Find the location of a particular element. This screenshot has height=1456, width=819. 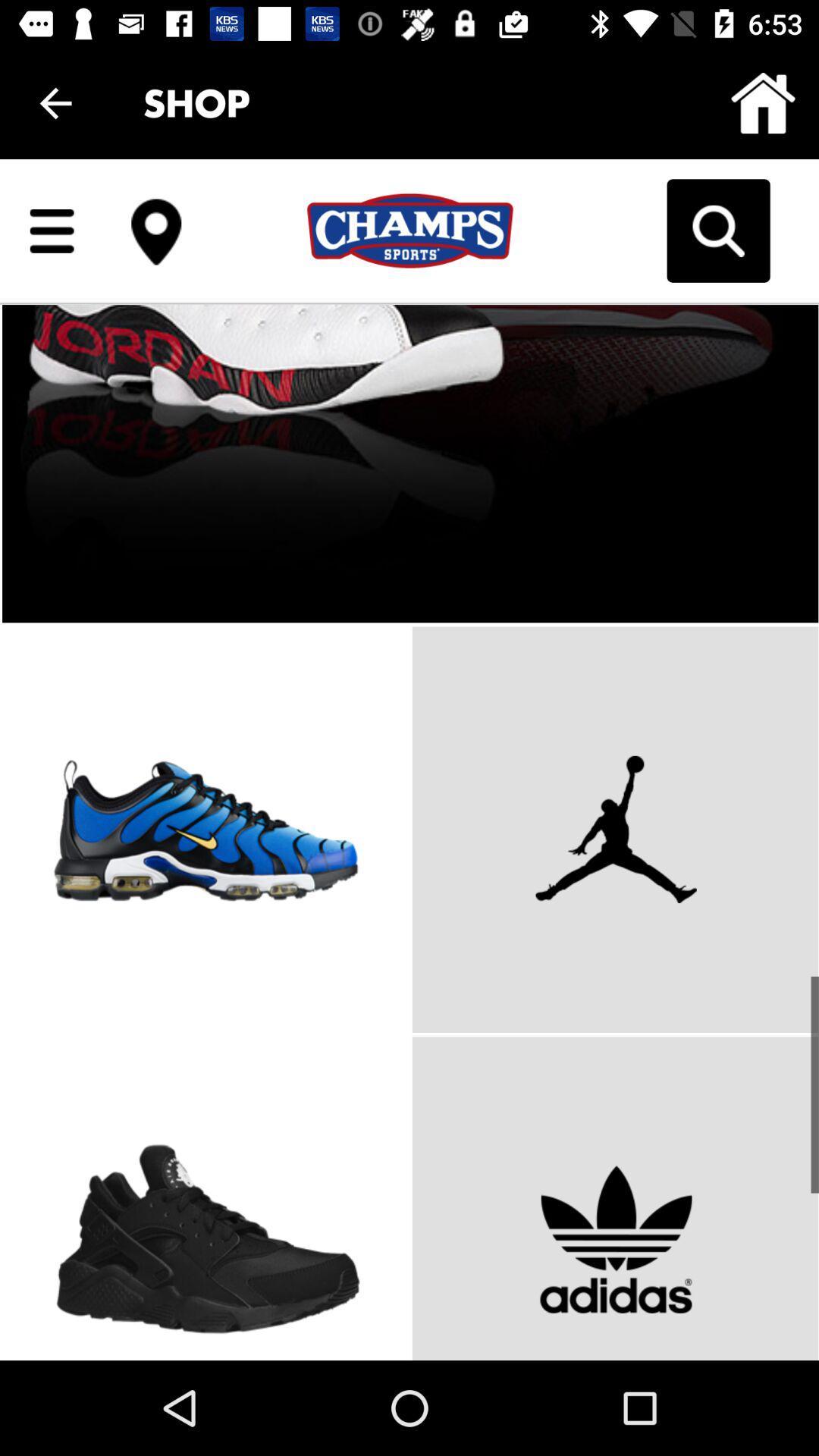

scroll down for more products is located at coordinates (409, 760).